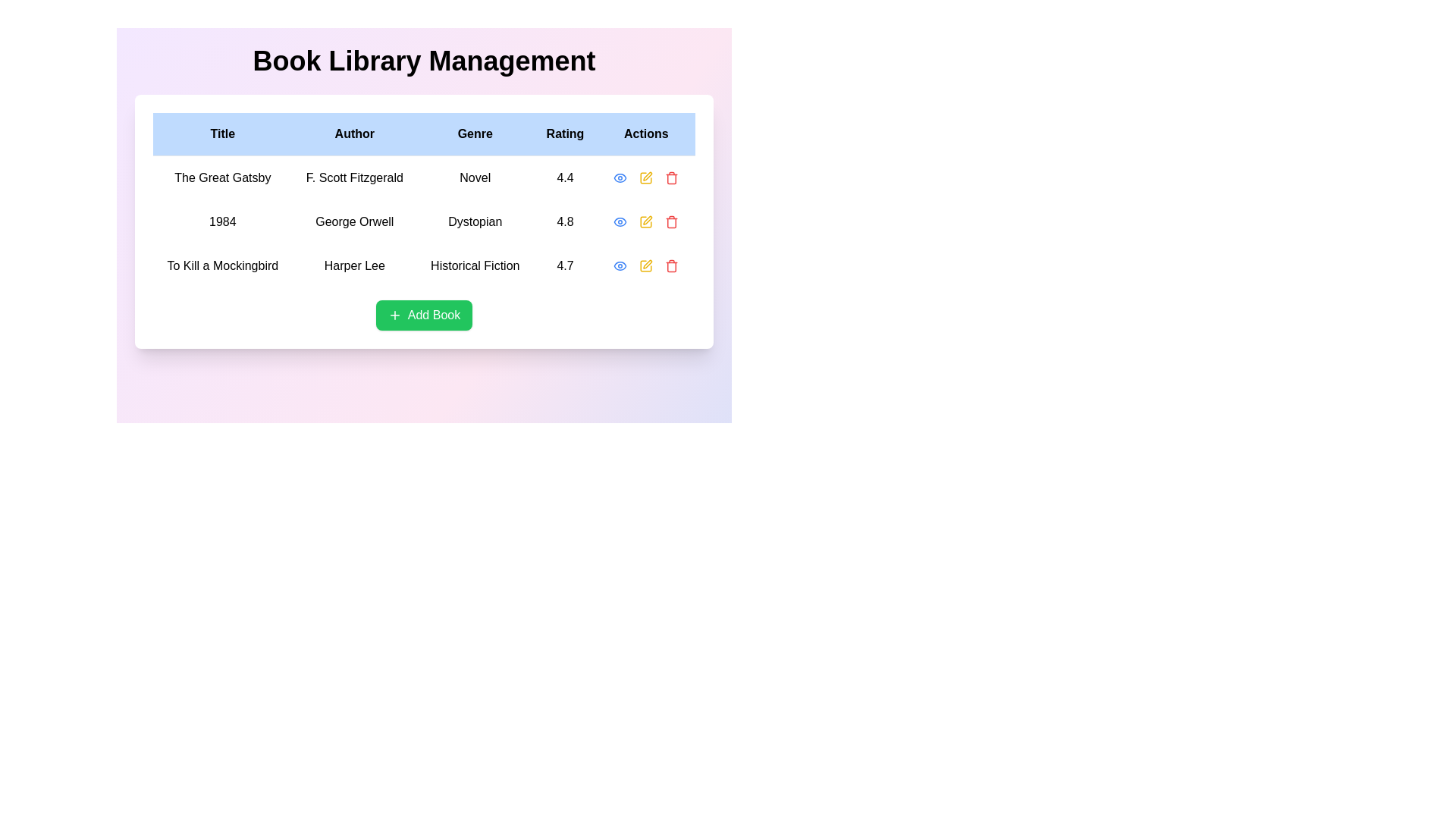  Describe the element at coordinates (353, 222) in the screenshot. I see `the text label displaying the author's name 'George Orwell', which is located in the second cell under the 'Author' column in the second row of the table, surrounded by '1984' on the left and 'Dystopian' on the right` at that location.